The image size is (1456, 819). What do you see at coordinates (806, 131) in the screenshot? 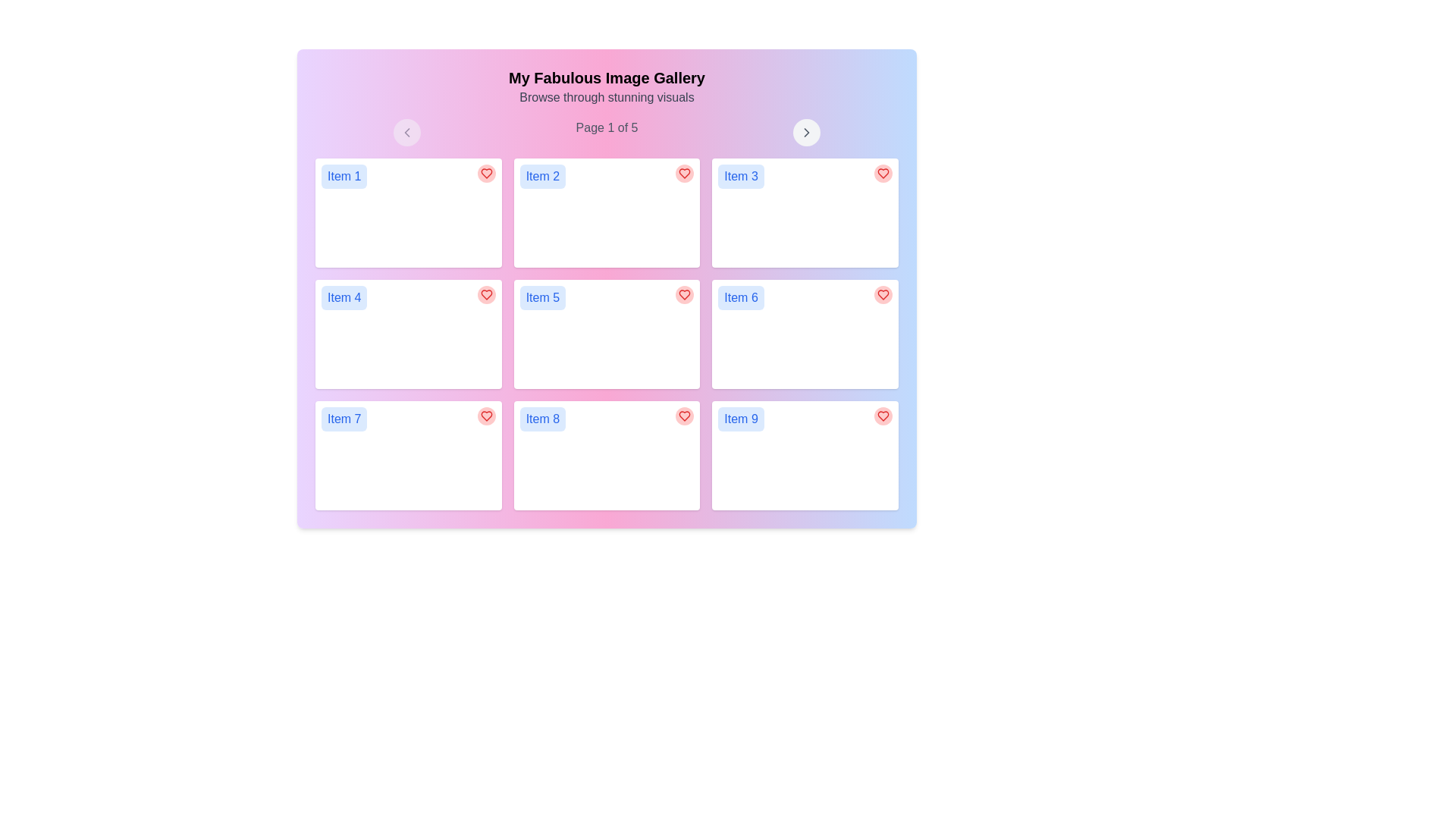
I see `the Chevron-Right navigation button located at the top right of the page navigation header, which allows users to proceed to the next page of the image gallery` at bounding box center [806, 131].